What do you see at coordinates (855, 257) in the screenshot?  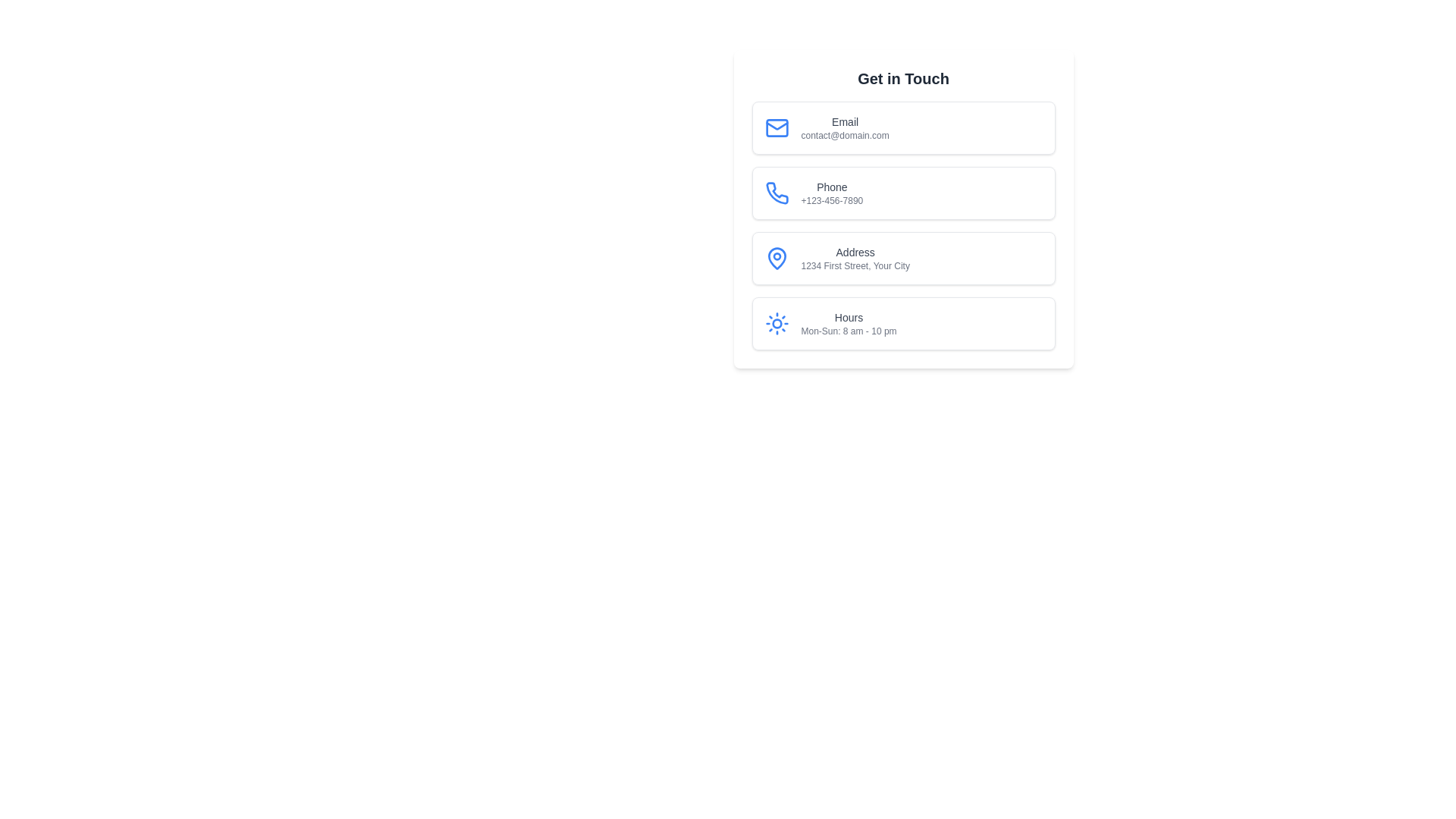 I see `the 'Address' text label, which displays 'Address' in bold followed by '1234 First Street, Your City', located in the third card under the 'Get in Touch' section` at bounding box center [855, 257].